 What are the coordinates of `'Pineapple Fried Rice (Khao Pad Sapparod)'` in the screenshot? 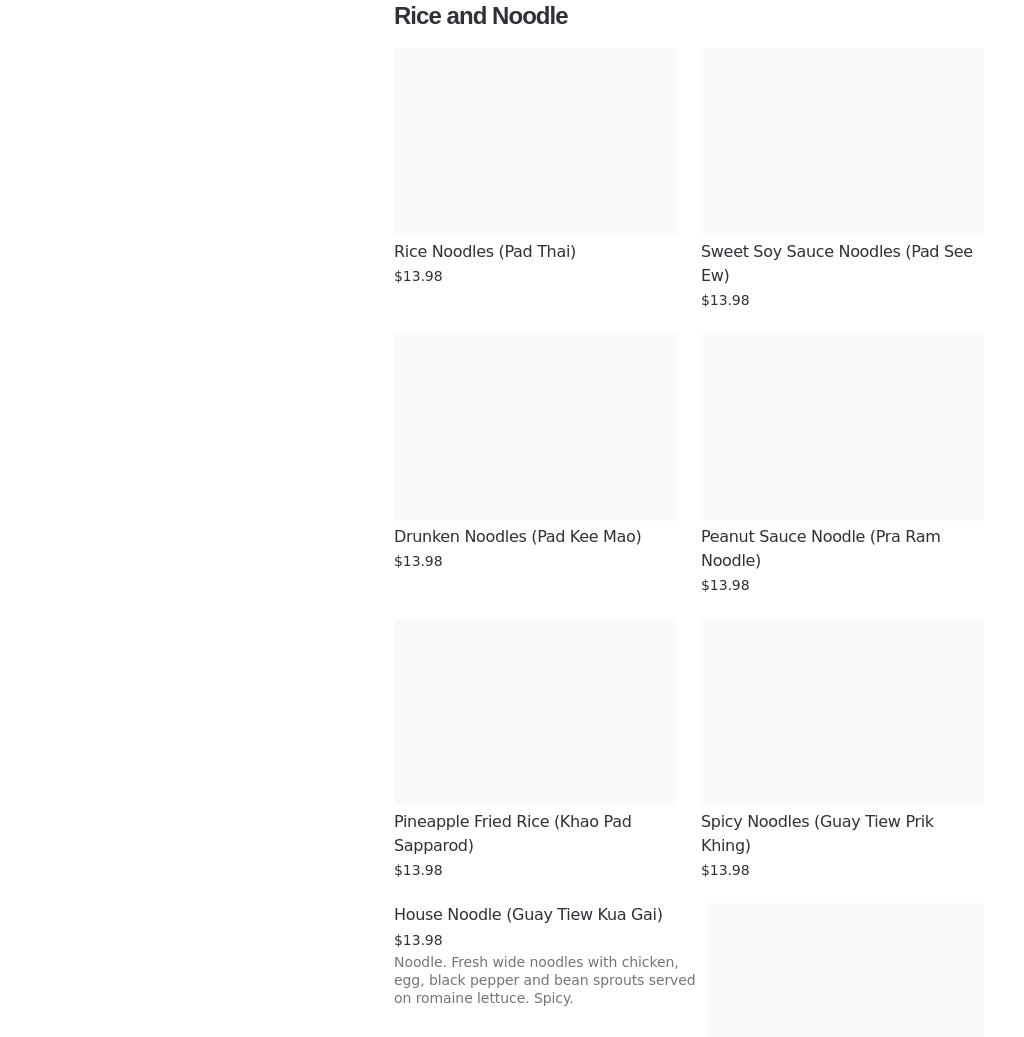 It's located at (393, 833).